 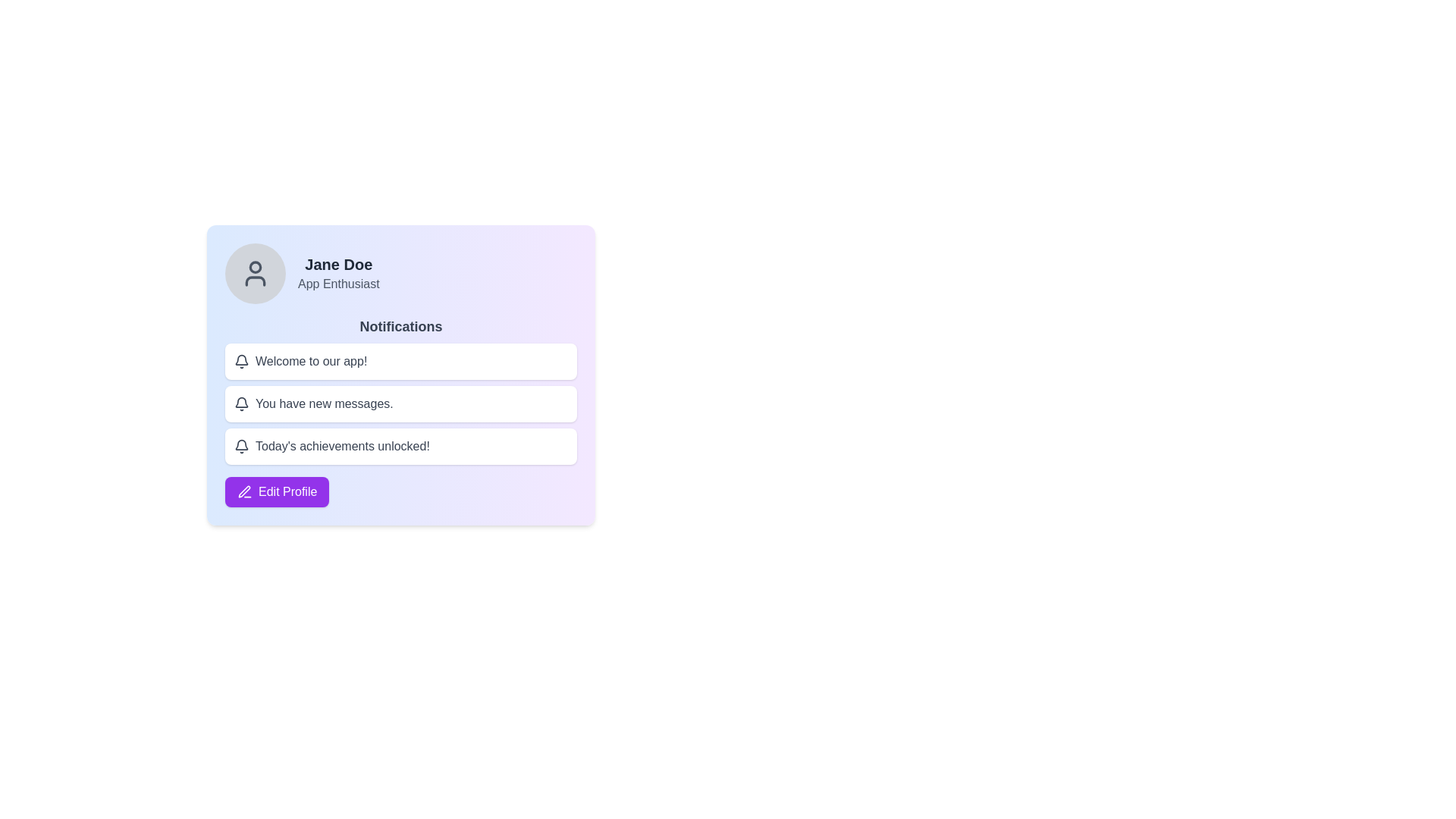 What do you see at coordinates (255, 265) in the screenshot?
I see `the circular graphical icon component that is part of a user silhouette, located in the top-half region of the icon` at bounding box center [255, 265].